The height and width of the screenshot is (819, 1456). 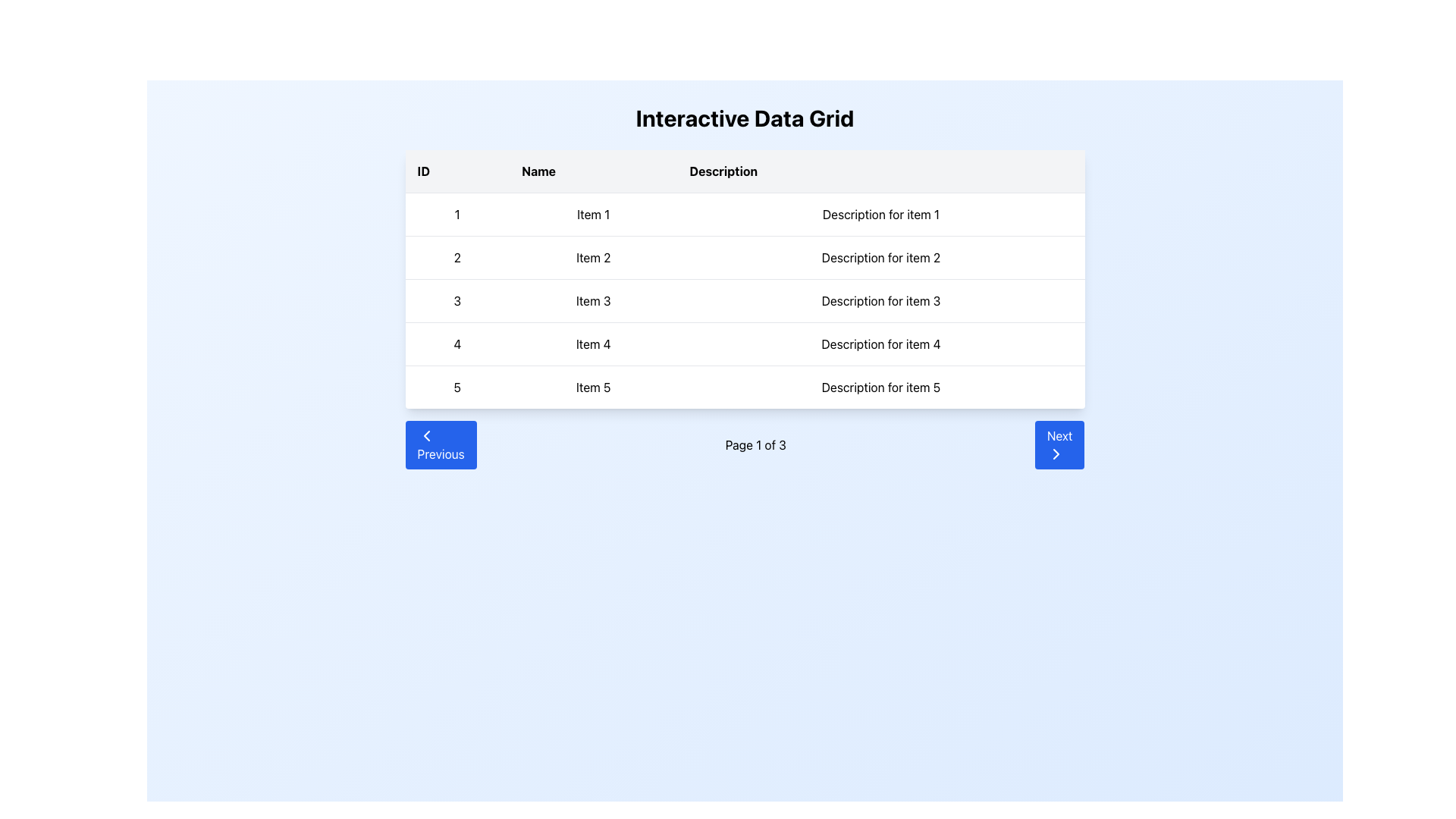 What do you see at coordinates (592, 214) in the screenshot?
I see `text content of the Label located in the first row, second column ('Name') of the grid, which identifies the name associated with the first row entry` at bounding box center [592, 214].